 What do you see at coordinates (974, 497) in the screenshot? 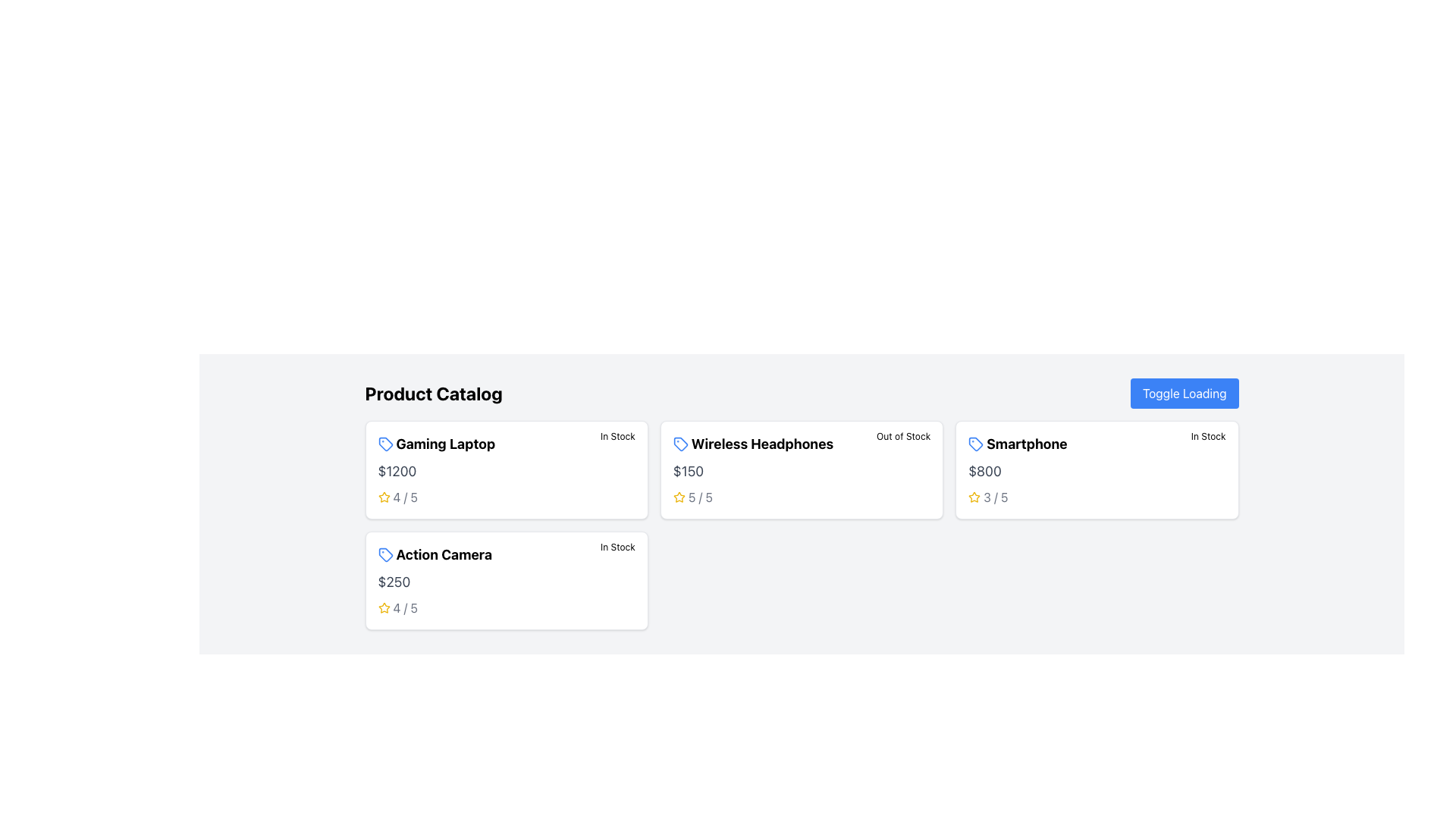
I see `the star-shaped icon representing the rating feature for the 'Smartphone' product, which is located adjacent to the '3 / 5' text in the rating section` at bounding box center [974, 497].